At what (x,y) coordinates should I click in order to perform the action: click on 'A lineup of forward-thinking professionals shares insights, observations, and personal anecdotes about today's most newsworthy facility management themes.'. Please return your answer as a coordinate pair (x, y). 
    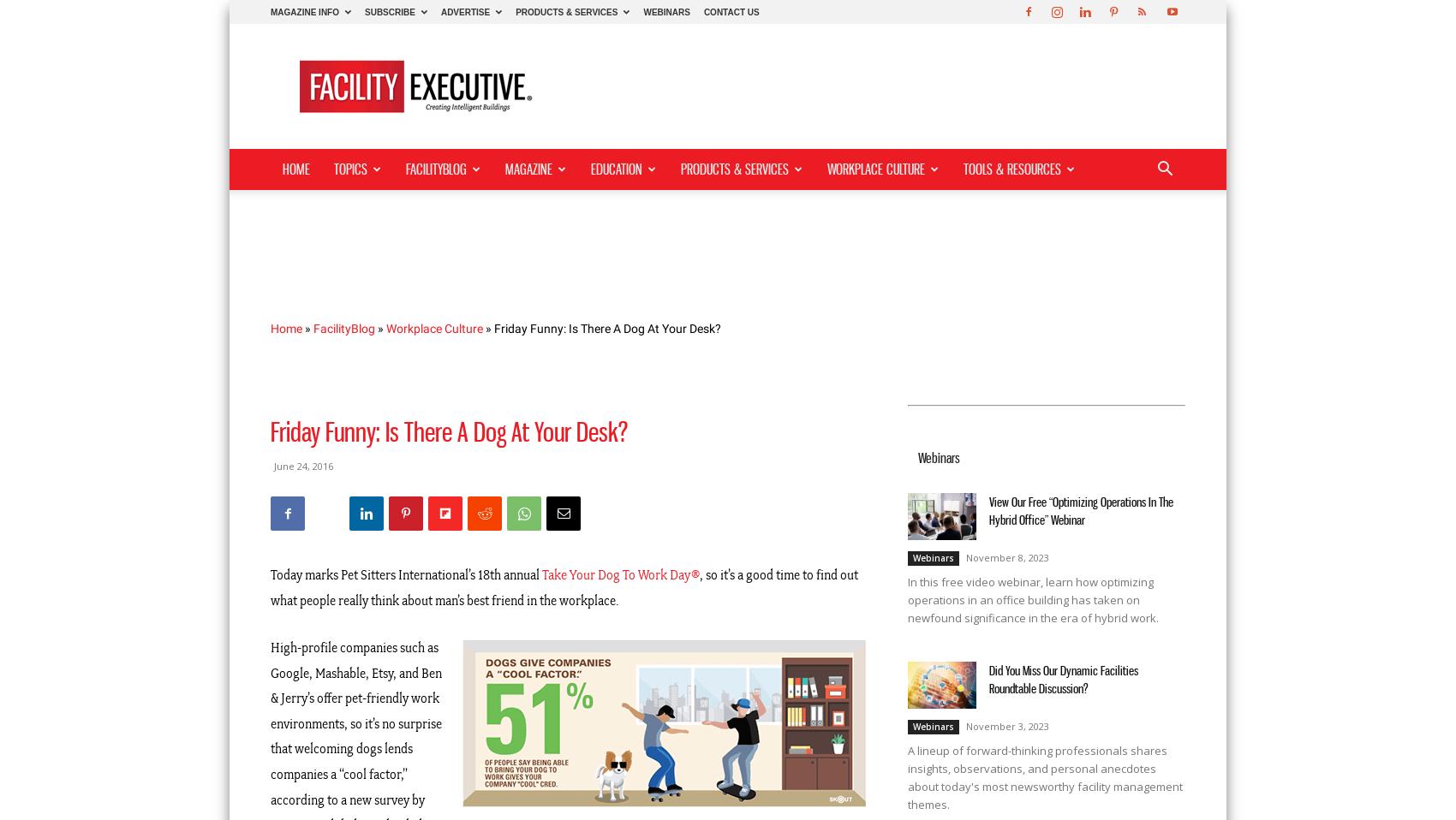
    Looking at the image, I should click on (1044, 777).